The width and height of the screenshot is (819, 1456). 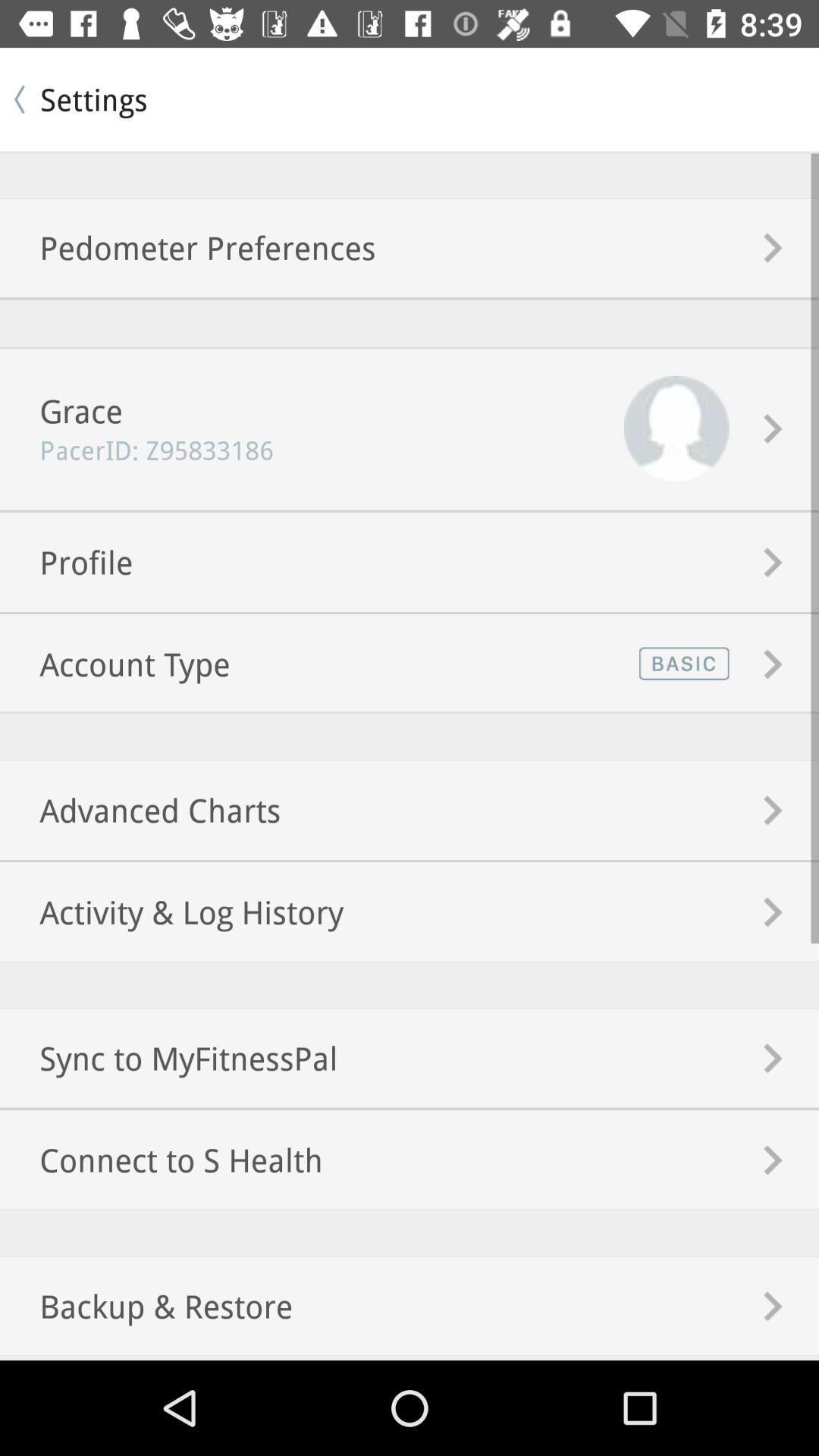 What do you see at coordinates (161, 1159) in the screenshot?
I see `connect to s` at bounding box center [161, 1159].